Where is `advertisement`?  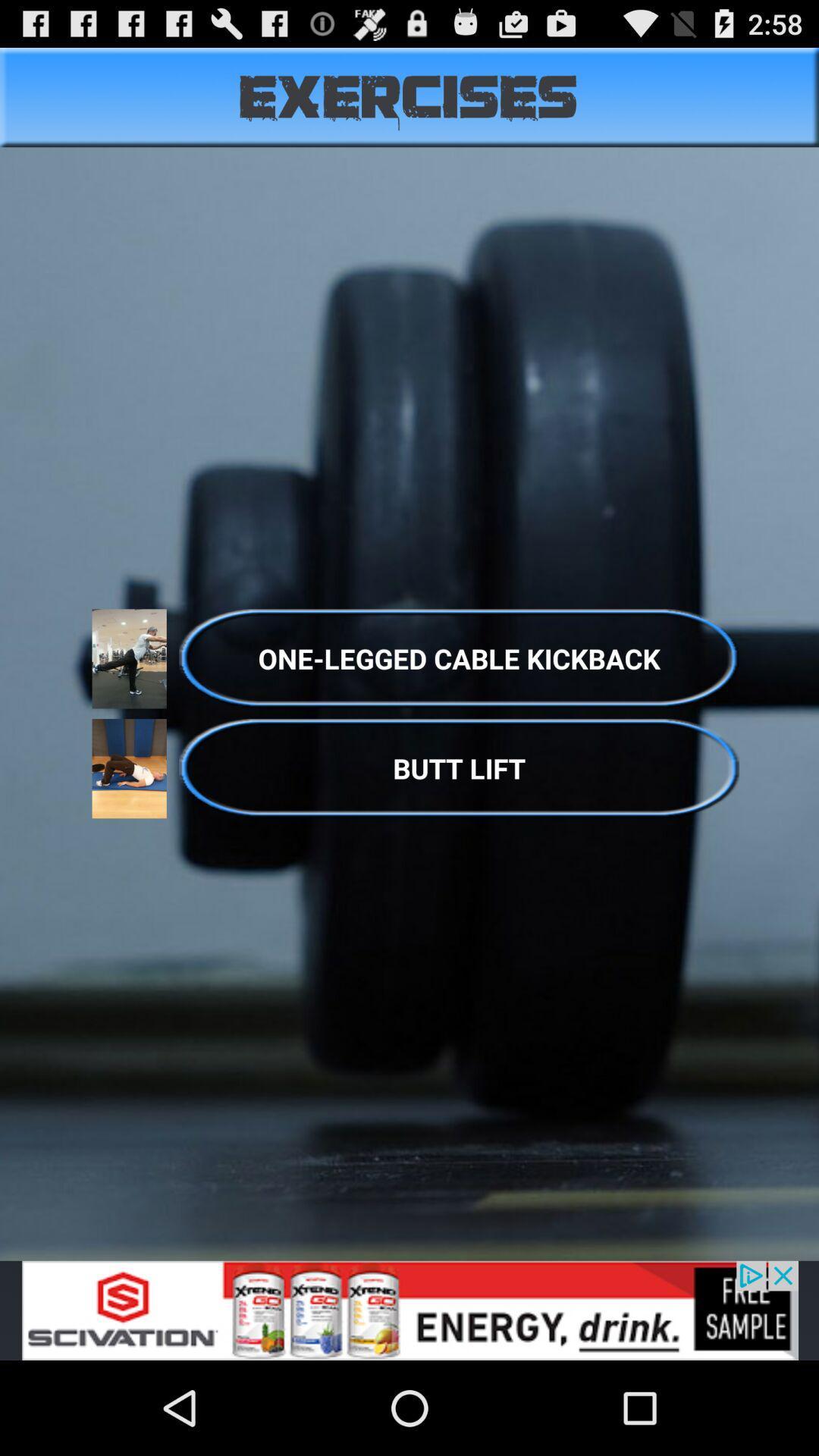
advertisement is located at coordinates (409, 1310).